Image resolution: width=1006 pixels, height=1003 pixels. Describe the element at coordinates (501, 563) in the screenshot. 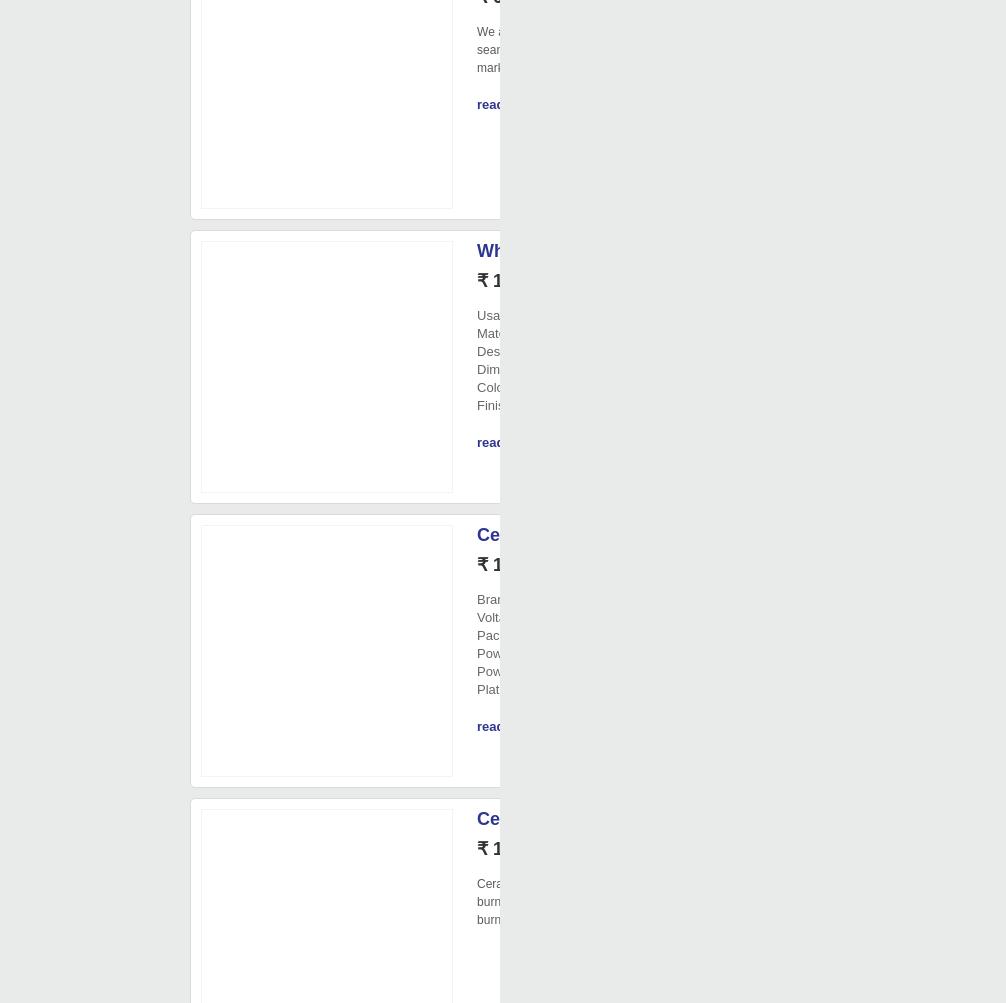

I see `'₹ 199/'` at that location.